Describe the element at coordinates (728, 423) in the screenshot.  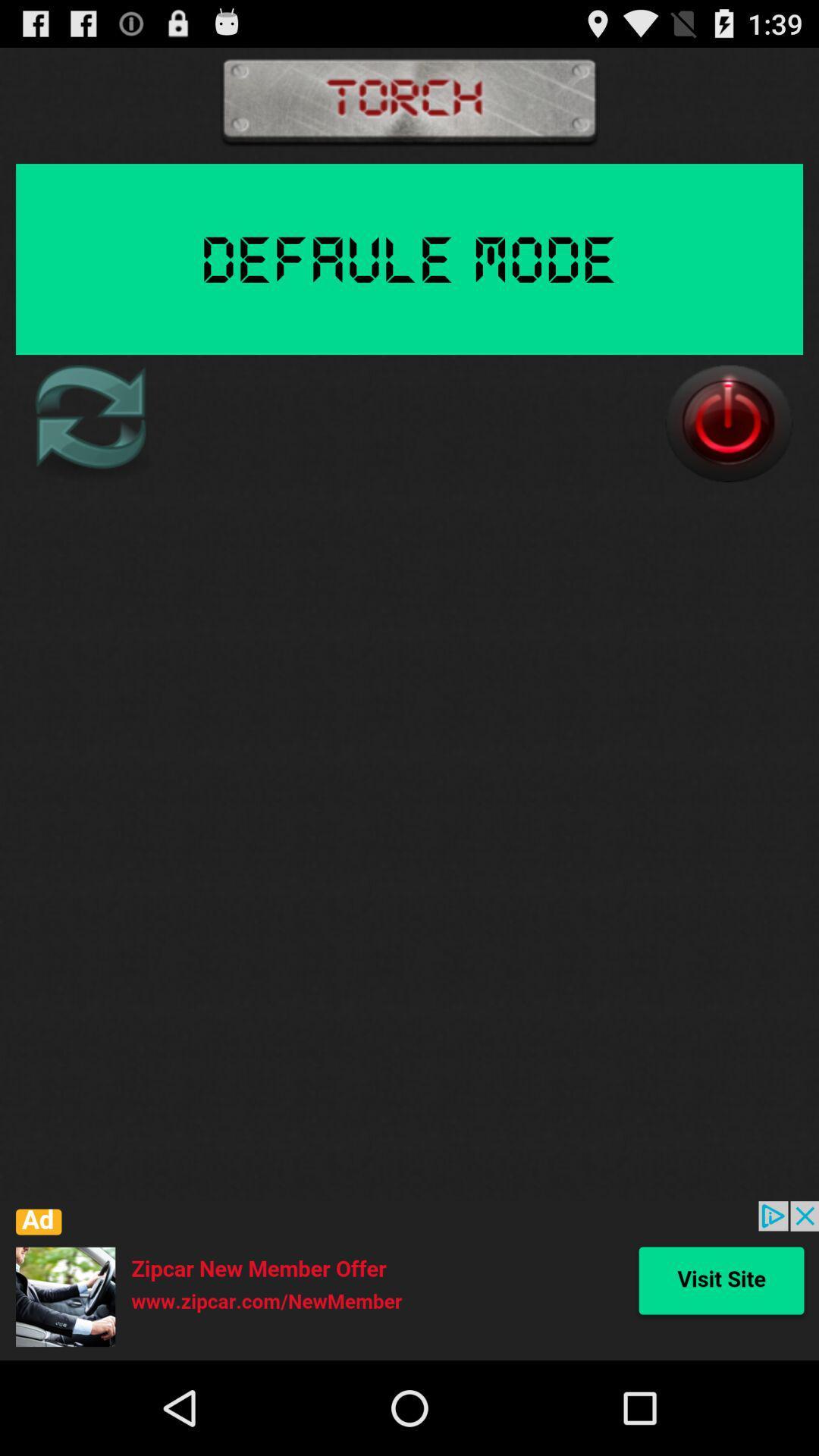
I see `on/off flashlight` at that location.